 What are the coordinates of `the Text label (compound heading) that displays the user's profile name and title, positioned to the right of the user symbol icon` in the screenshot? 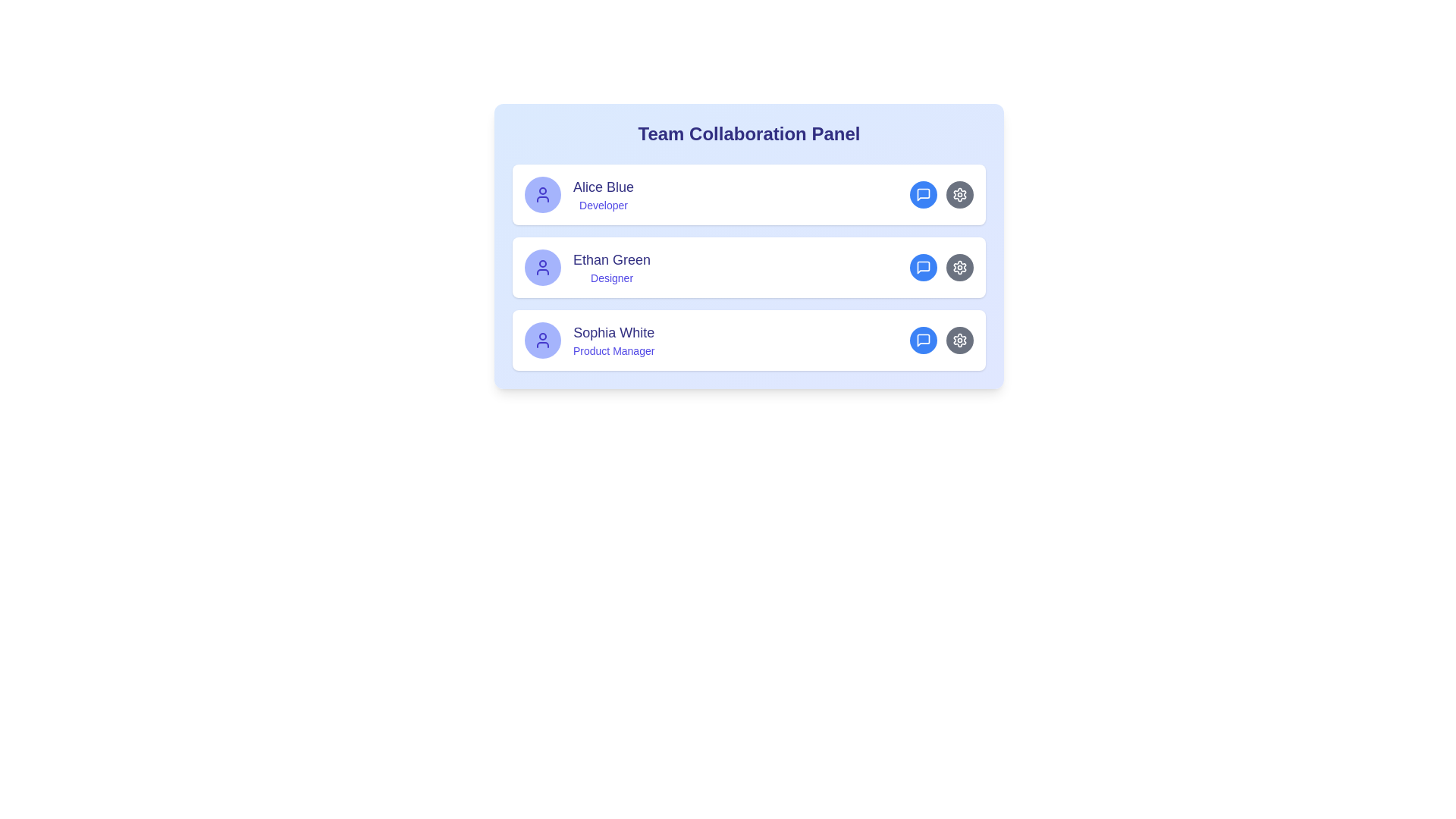 It's located at (603, 194).